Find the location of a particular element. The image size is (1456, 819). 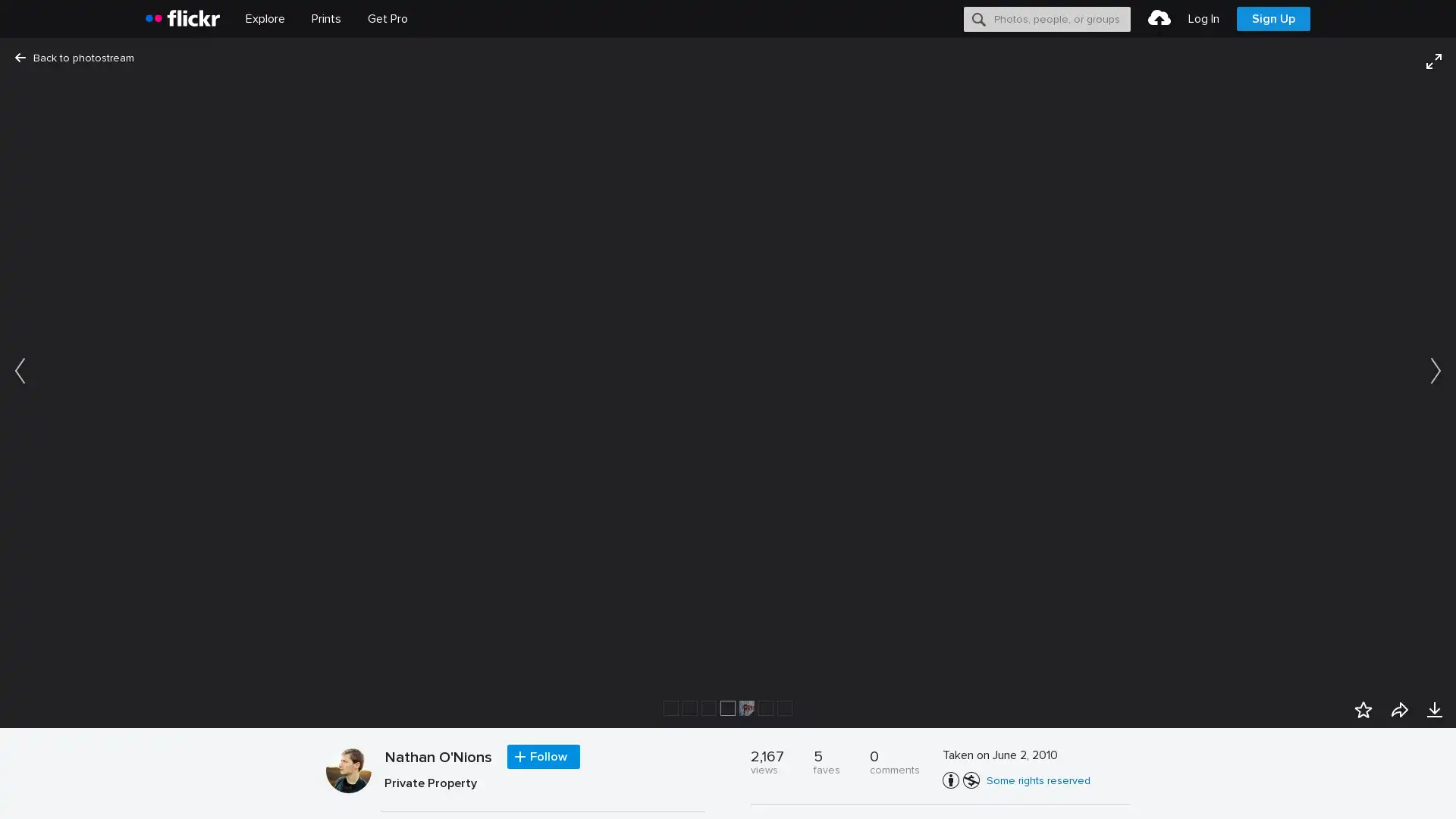

Accept is located at coordinates (1156, 789).